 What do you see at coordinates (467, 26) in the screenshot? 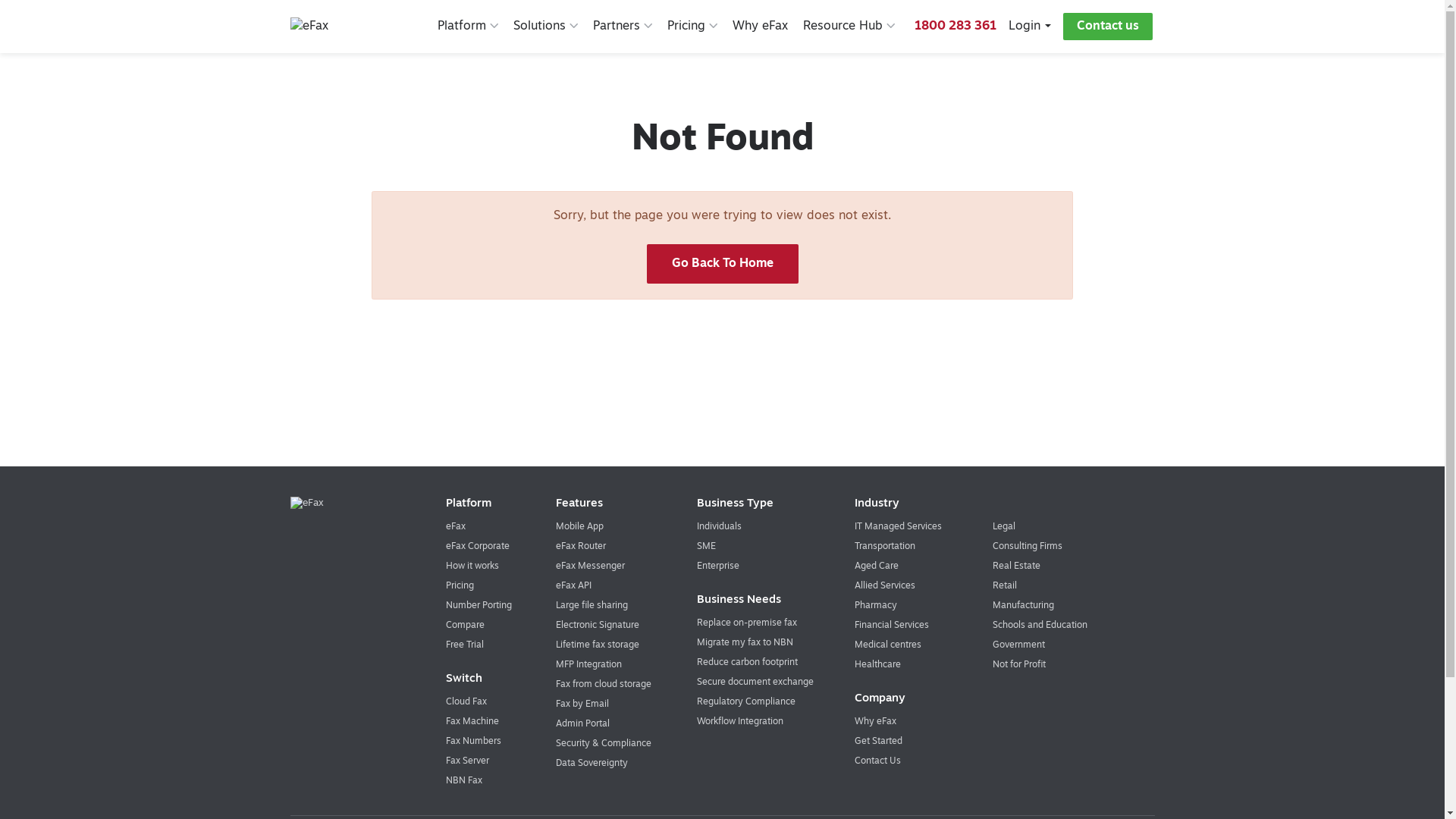
I see `'Platform'` at bounding box center [467, 26].